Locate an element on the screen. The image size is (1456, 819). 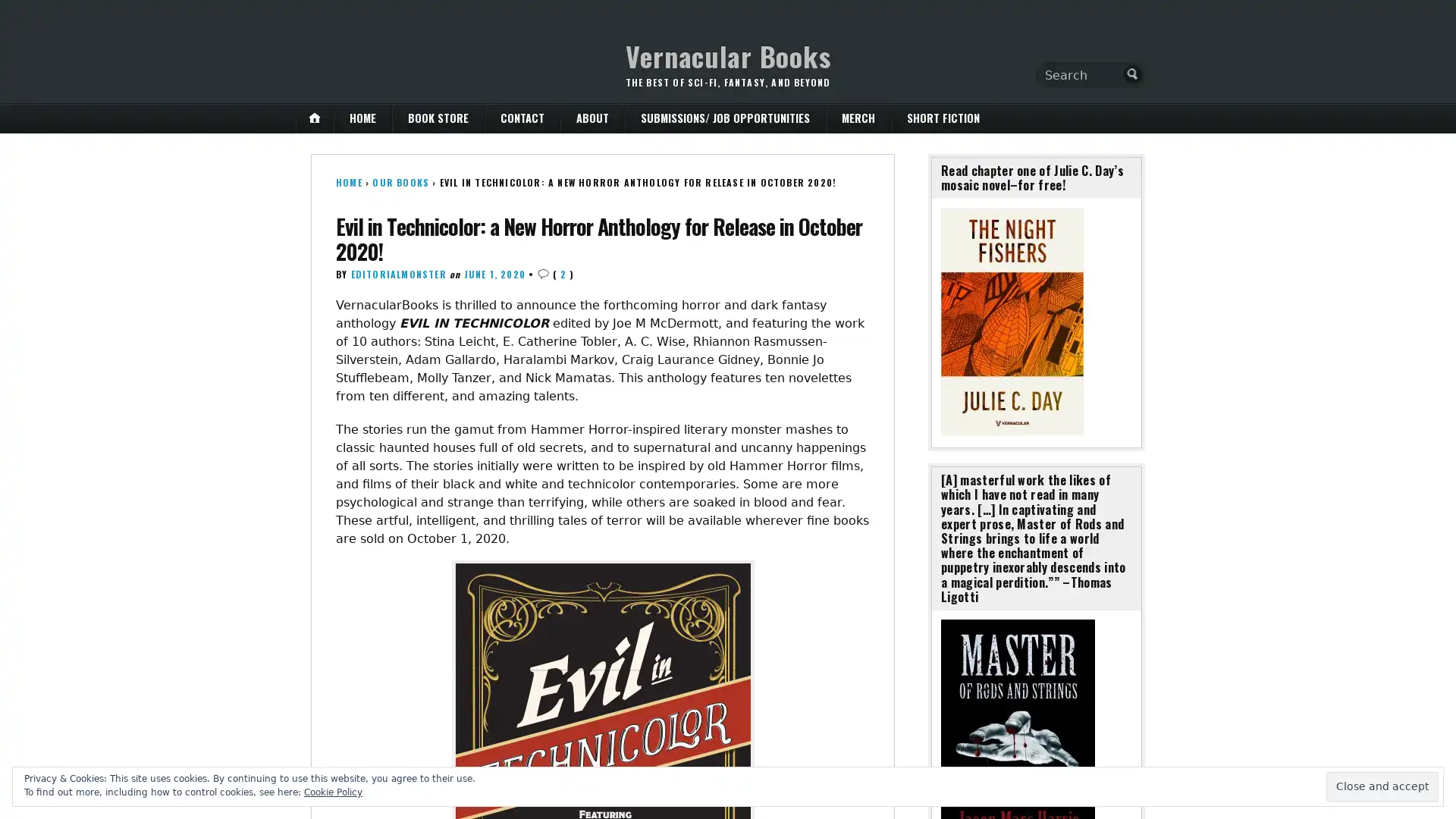
Close and accept is located at coordinates (1382, 786).